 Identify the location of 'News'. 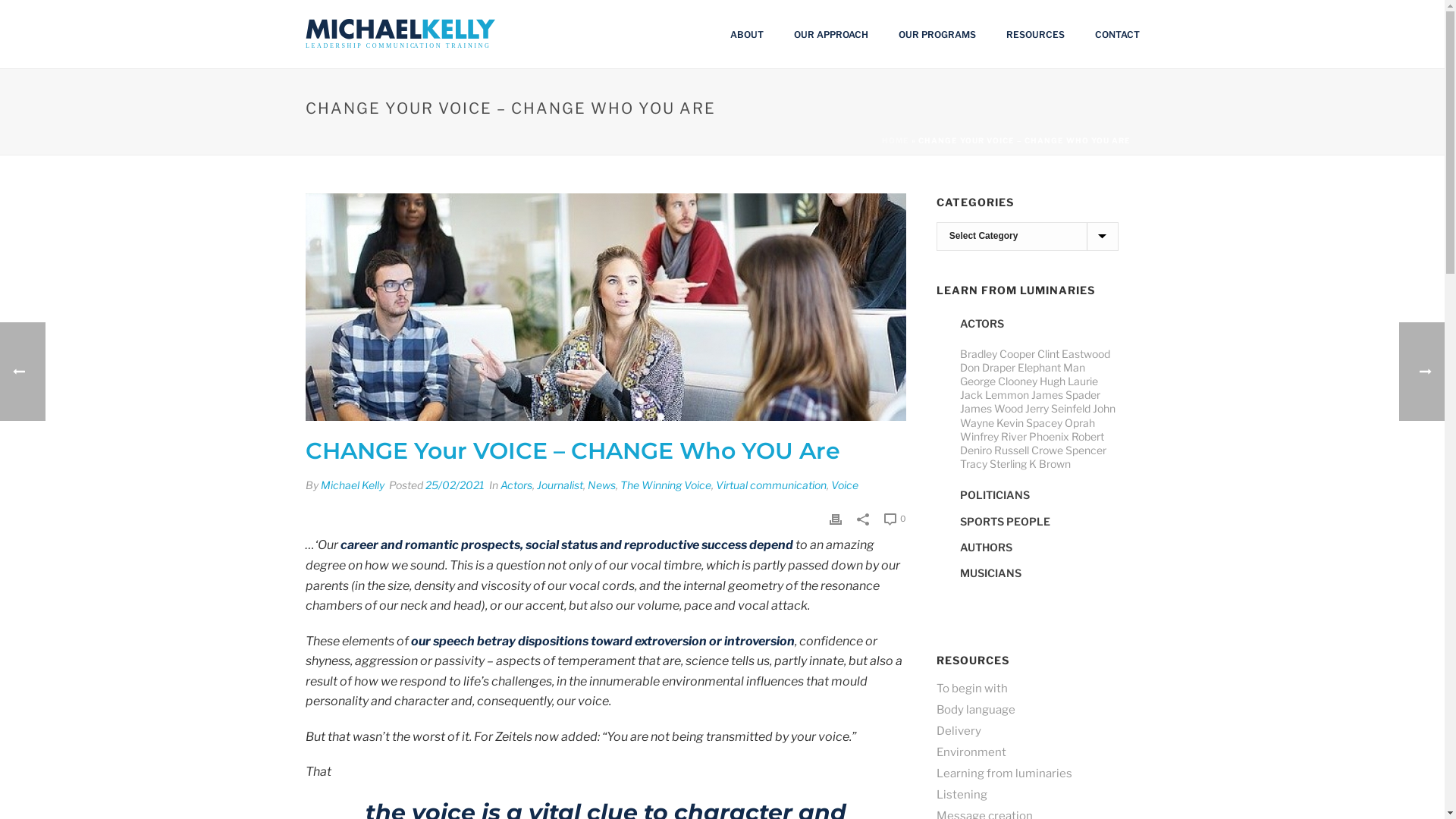
(600, 485).